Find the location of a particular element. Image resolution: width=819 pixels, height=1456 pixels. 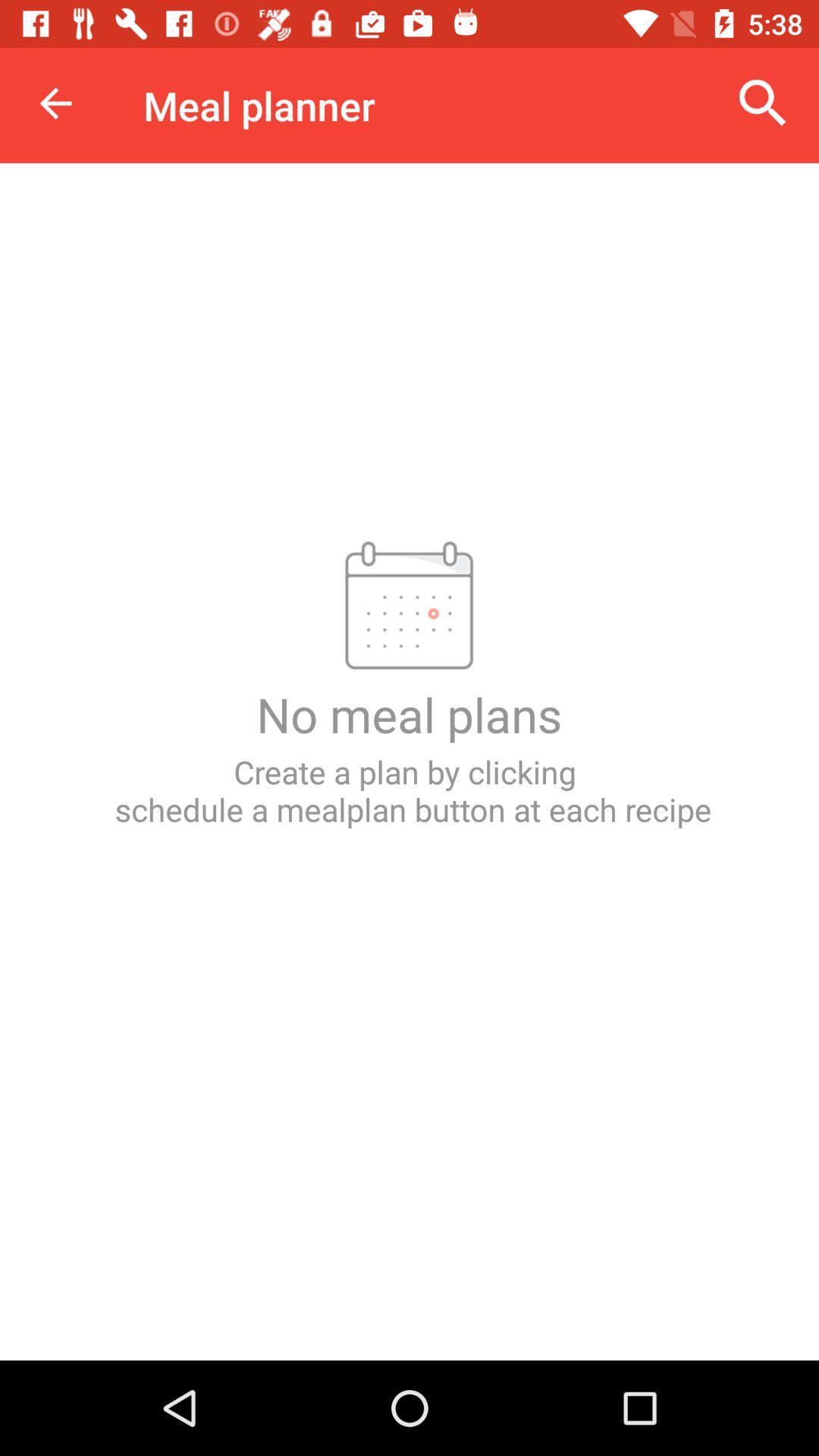

icon next to meal planner is located at coordinates (55, 102).